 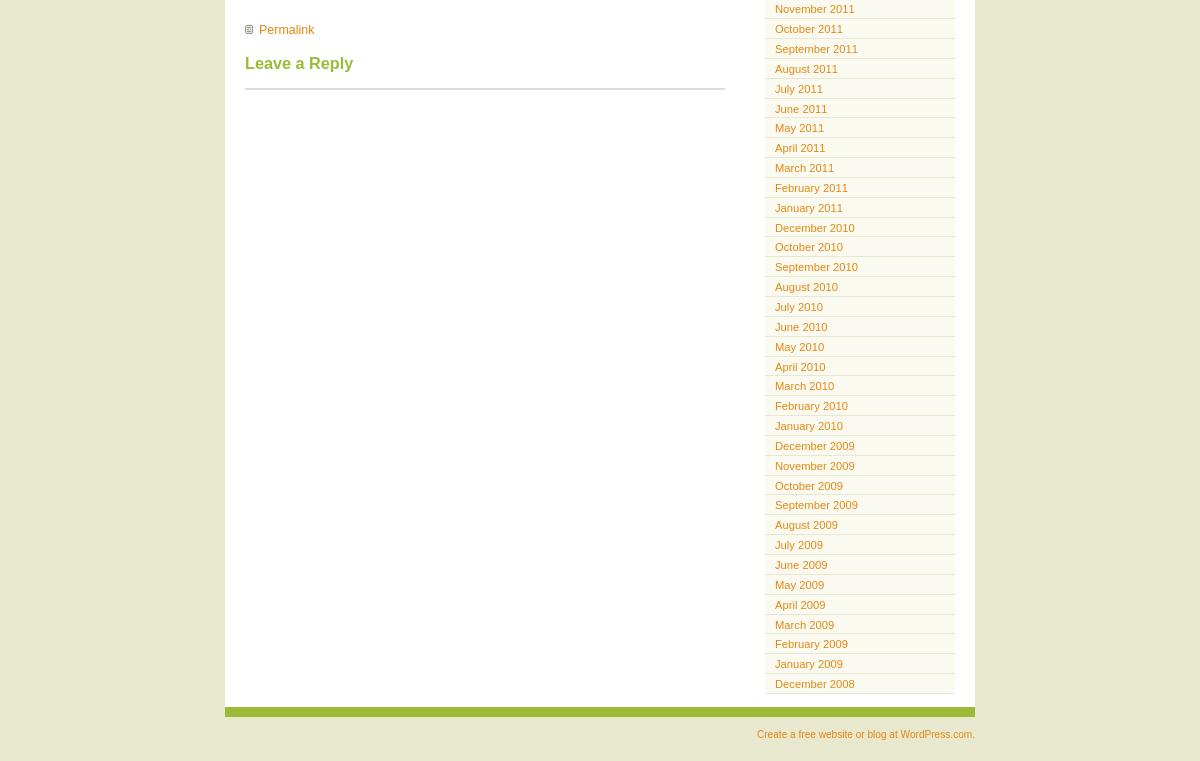 I want to click on 'April 2010', so click(x=799, y=364).